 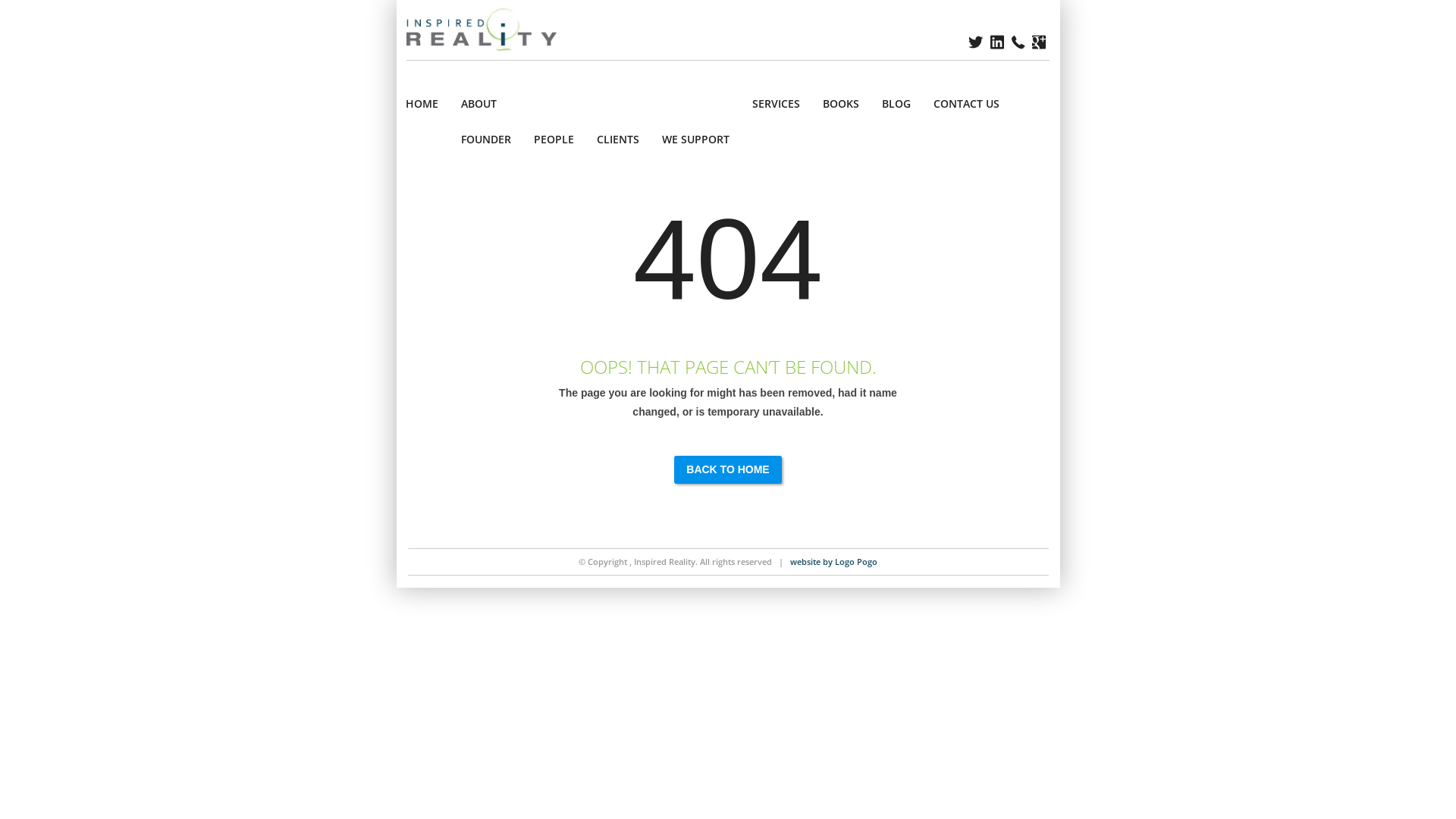 What do you see at coordinates (975, 42) in the screenshot?
I see `'TWITTER'` at bounding box center [975, 42].